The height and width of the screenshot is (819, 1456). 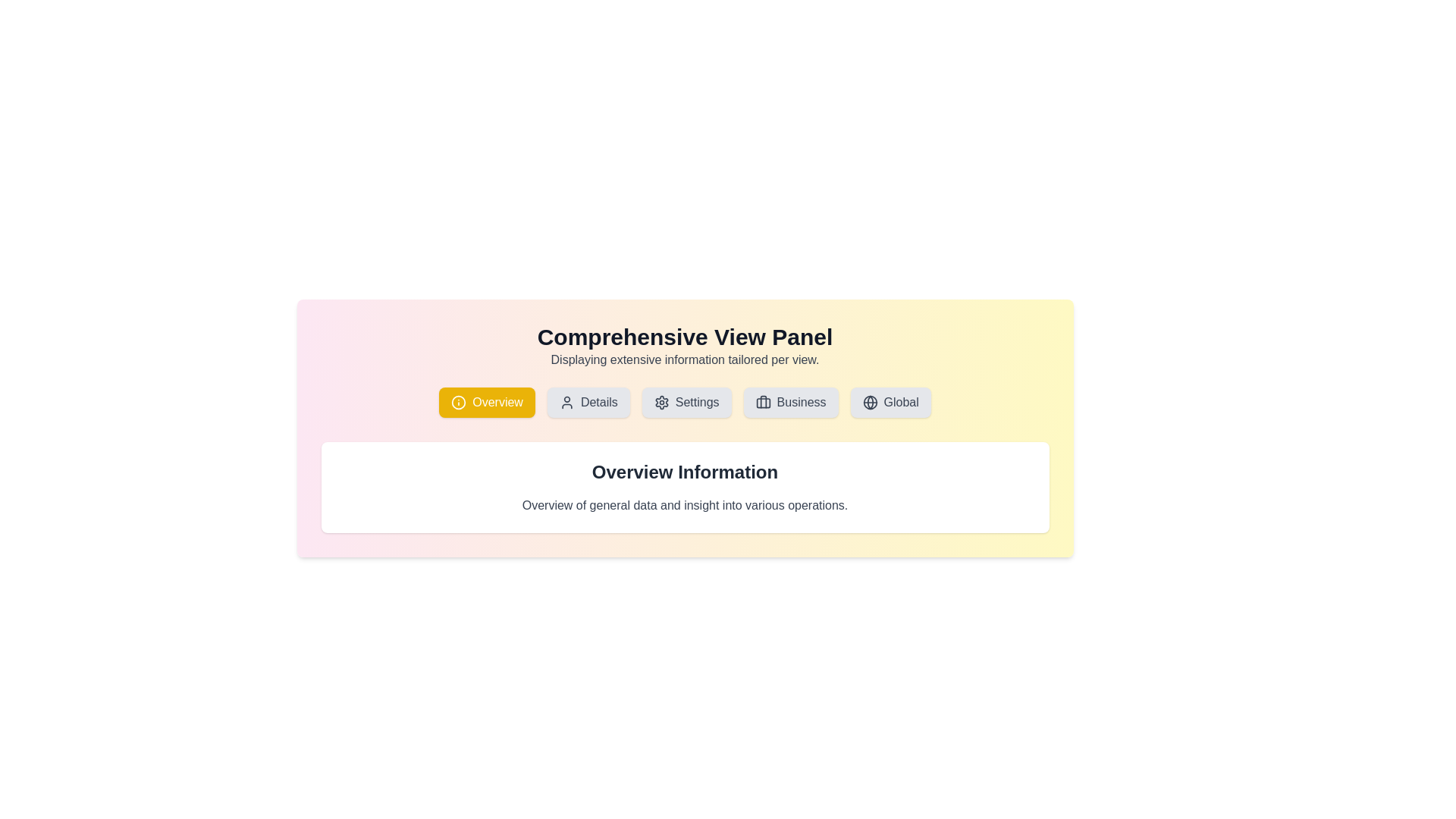 I want to click on the yellow icon (SVG element) on the left side of the 'Overview' button, which is under the 'Comprehensive View Panel' header, so click(x=458, y=402).